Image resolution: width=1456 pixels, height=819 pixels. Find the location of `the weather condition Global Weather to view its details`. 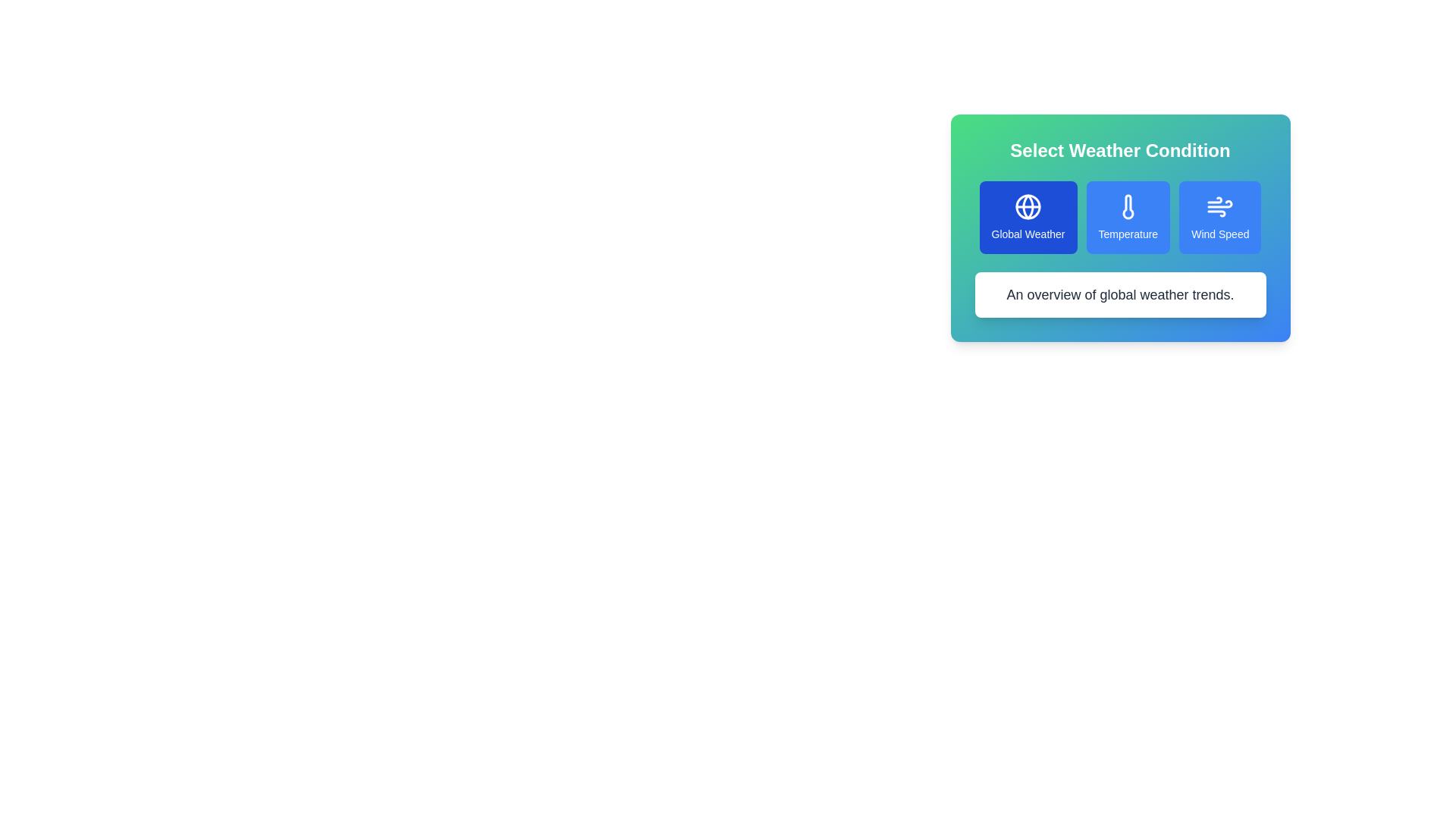

the weather condition Global Weather to view its details is located at coordinates (1028, 217).